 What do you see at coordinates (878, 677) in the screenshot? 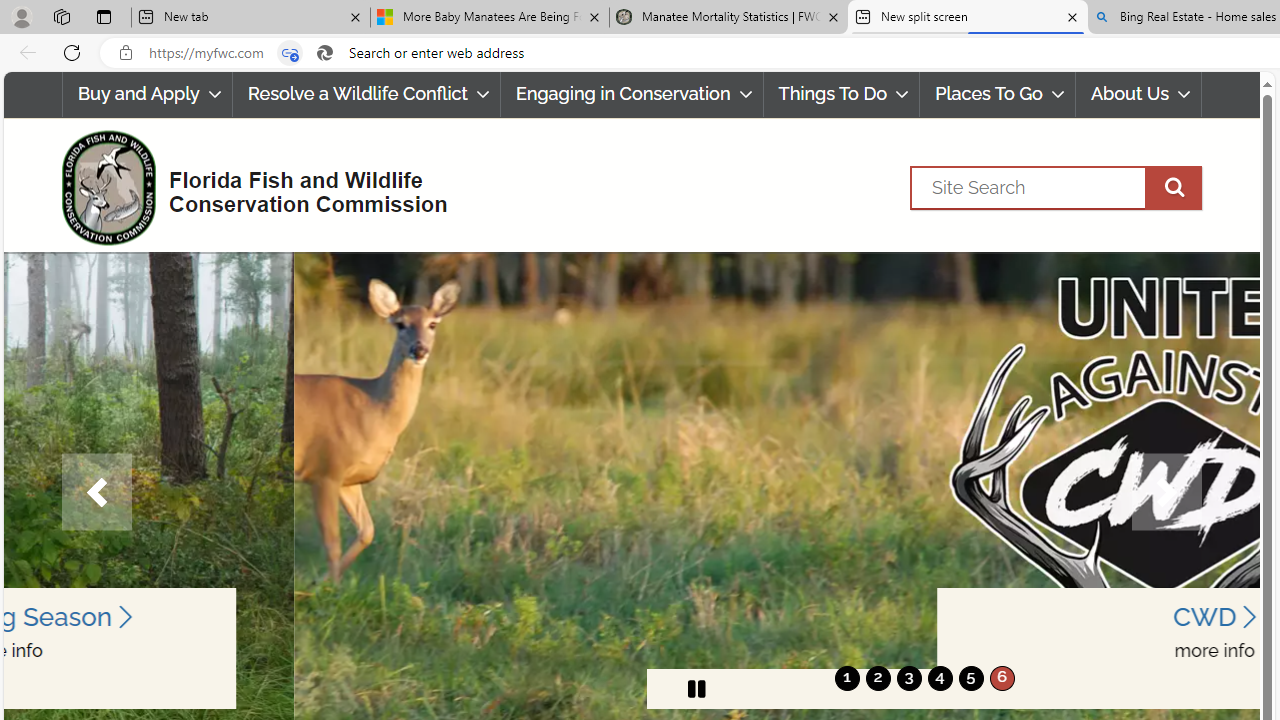
I see `'2'` at bounding box center [878, 677].